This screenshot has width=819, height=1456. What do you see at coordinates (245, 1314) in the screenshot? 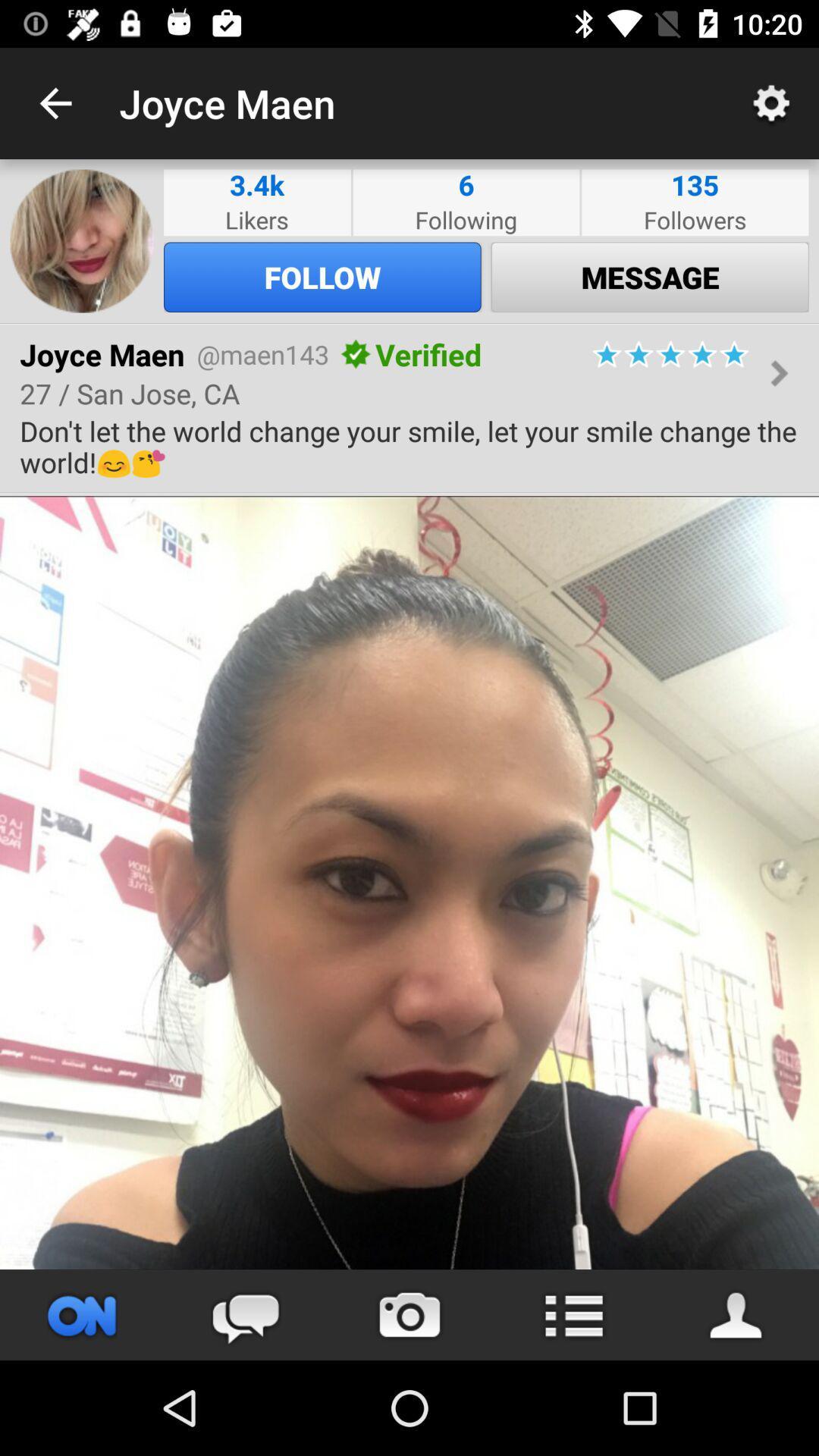
I see `chat` at bounding box center [245, 1314].